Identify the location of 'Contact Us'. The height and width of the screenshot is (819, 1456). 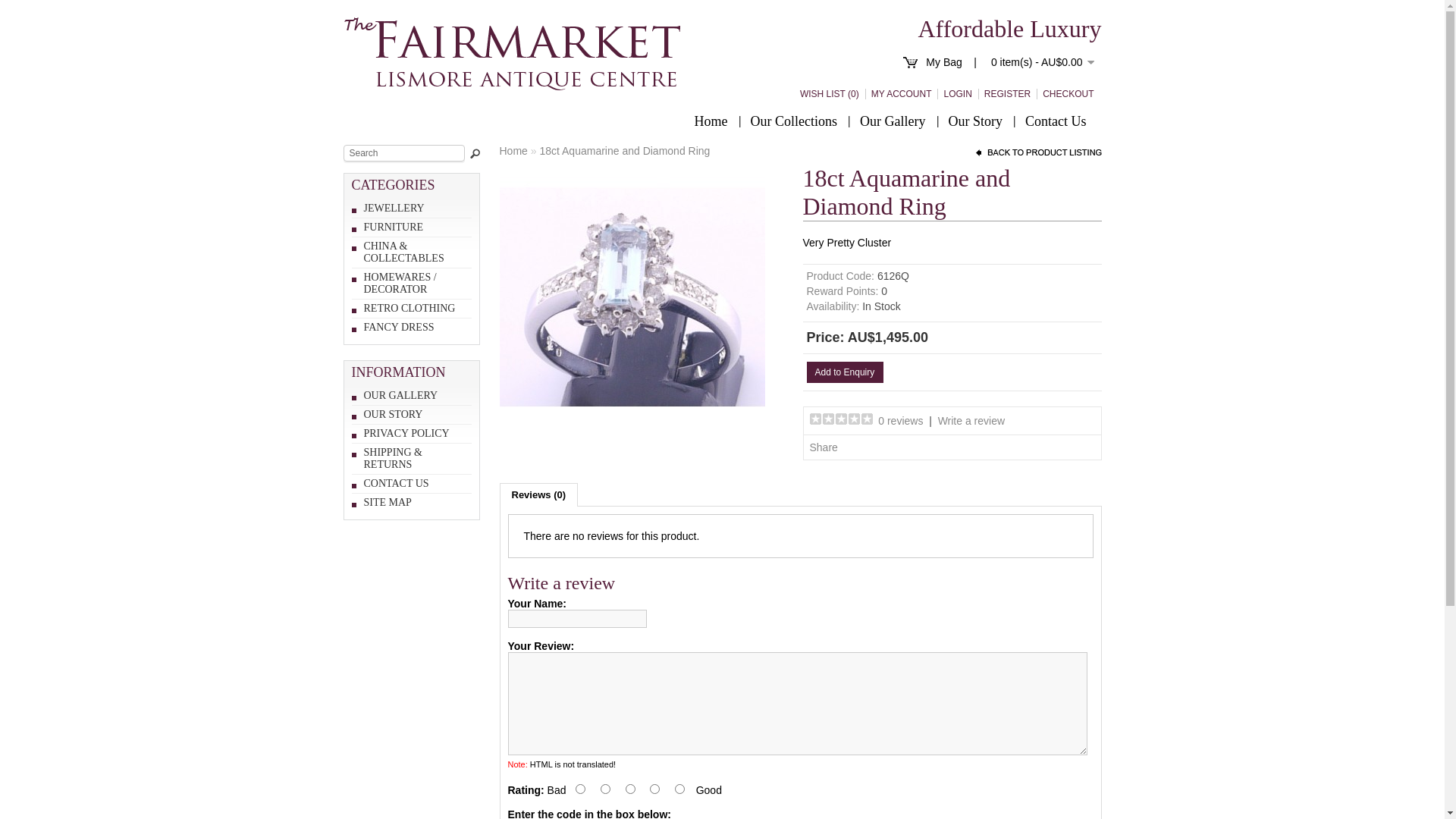
(1055, 120).